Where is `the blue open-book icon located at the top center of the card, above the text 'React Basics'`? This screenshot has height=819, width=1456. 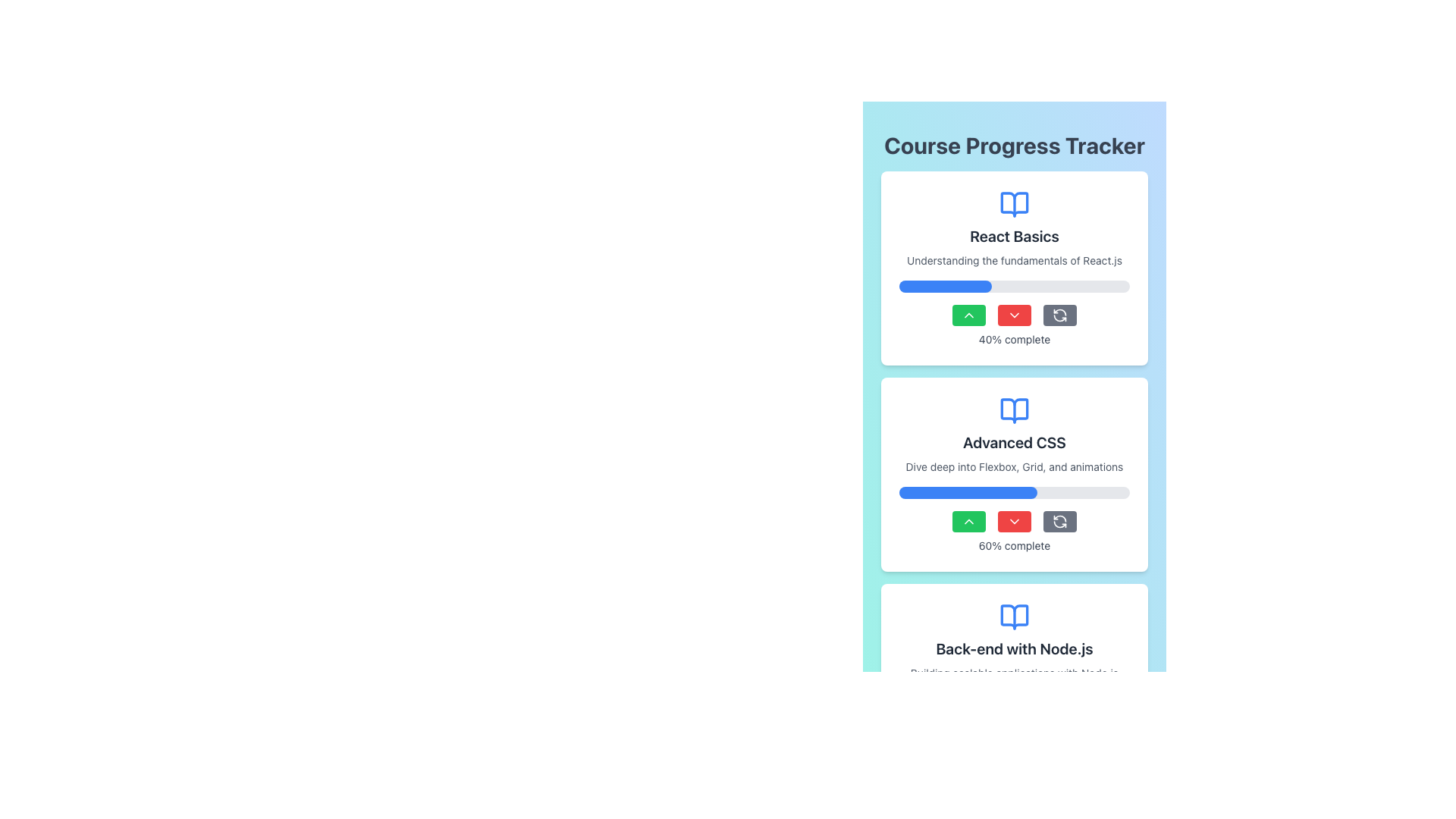 the blue open-book icon located at the top center of the card, above the text 'React Basics' is located at coordinates (1015, 205).